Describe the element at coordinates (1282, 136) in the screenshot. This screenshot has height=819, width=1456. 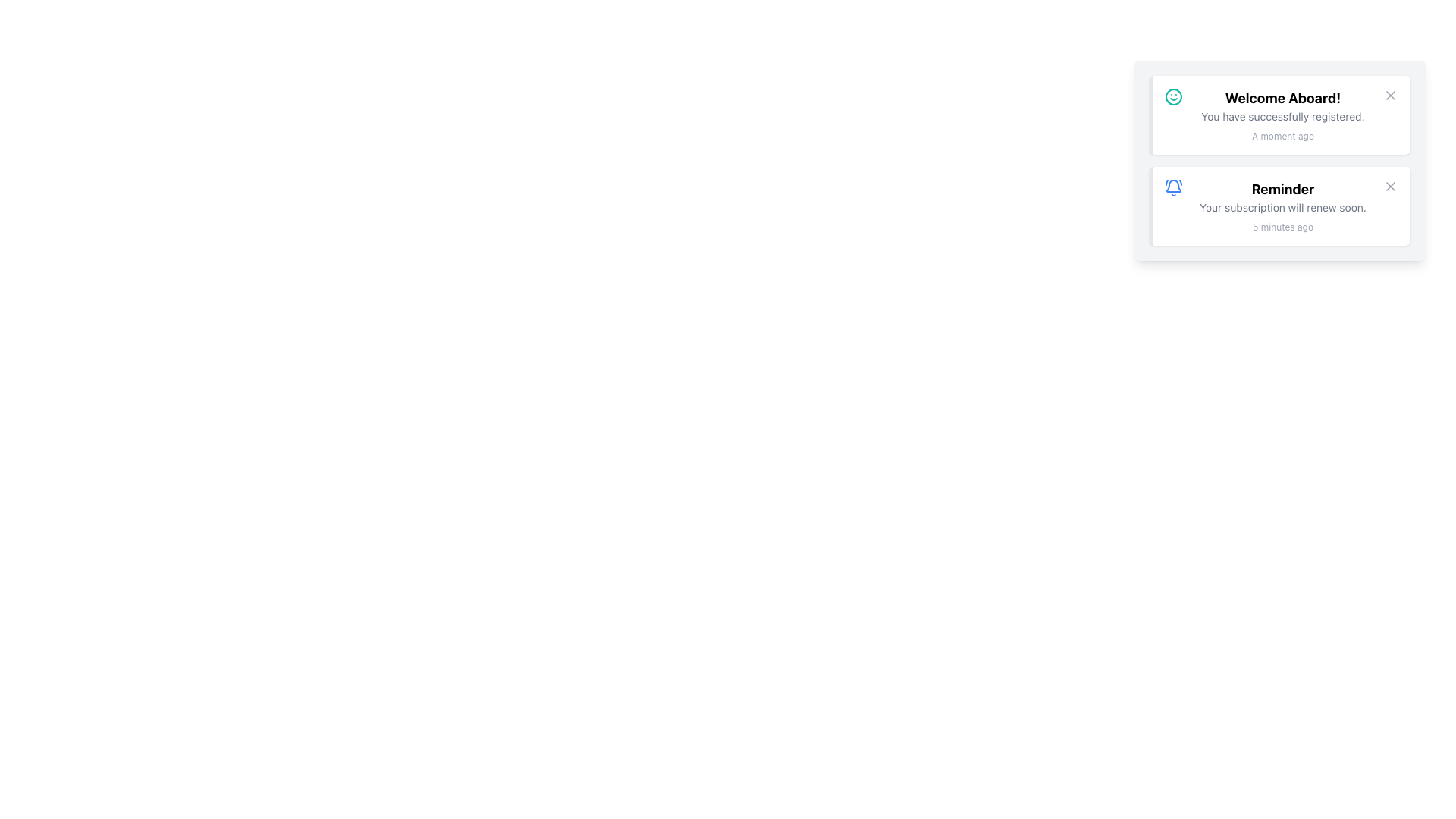
I see `the text label displaying 'A moment ago', which is located directly below the message 'You have successfully registered' in a notification box` at that location.